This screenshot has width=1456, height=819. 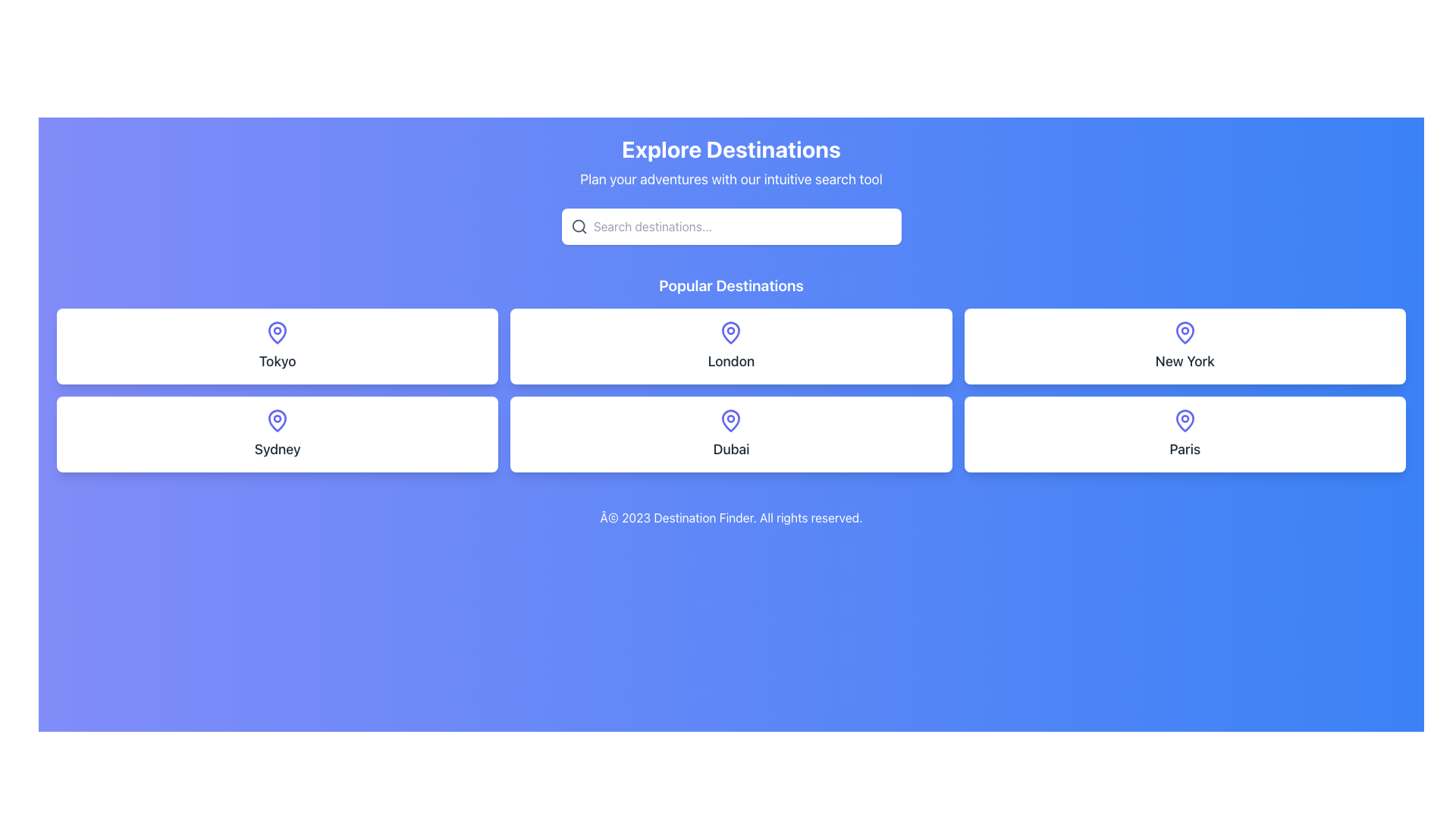 I want to click on the purple map pin icon located in the 'New York' card within the 'Popular Destinations' section, so click(x=1184, y=332).